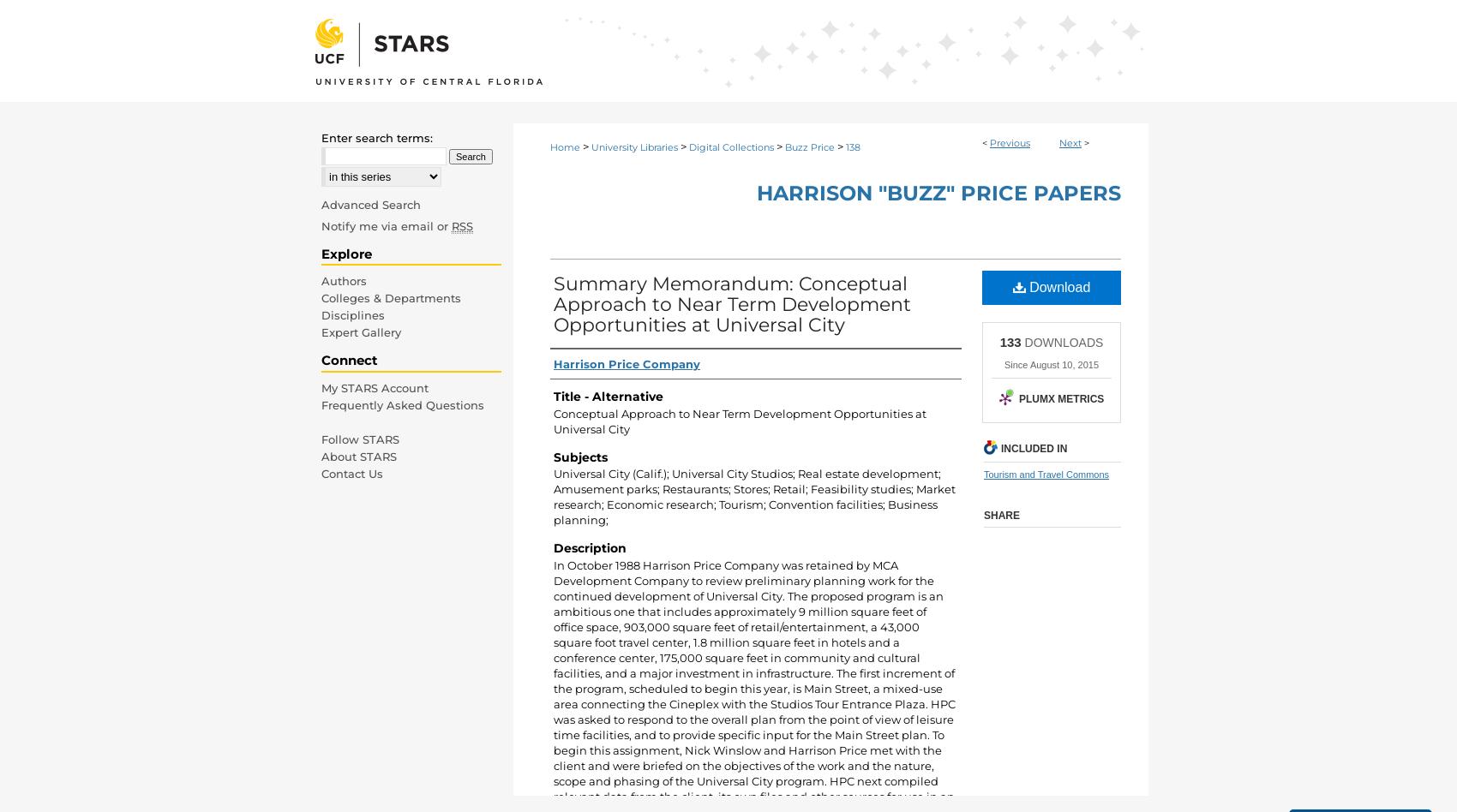 Image resolution: width=1457 pixels, height=812 pixels. What do you see at coordinates (321, 456) in the screenshot?
I see `'About STARS'` at bounding box center [321, 456].